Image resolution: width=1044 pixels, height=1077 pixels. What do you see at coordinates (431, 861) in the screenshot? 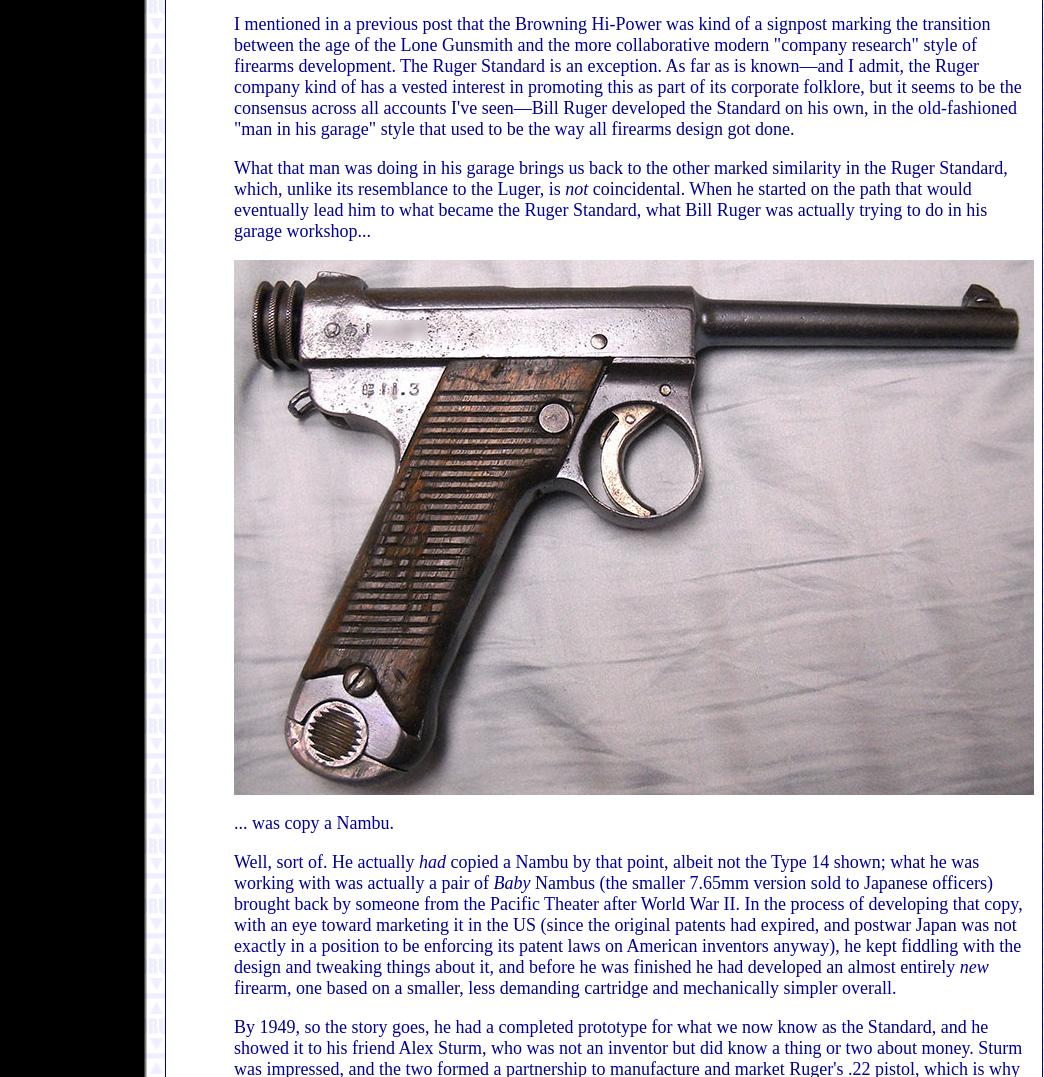
I see `'had'` at bounding box center [431, 861].